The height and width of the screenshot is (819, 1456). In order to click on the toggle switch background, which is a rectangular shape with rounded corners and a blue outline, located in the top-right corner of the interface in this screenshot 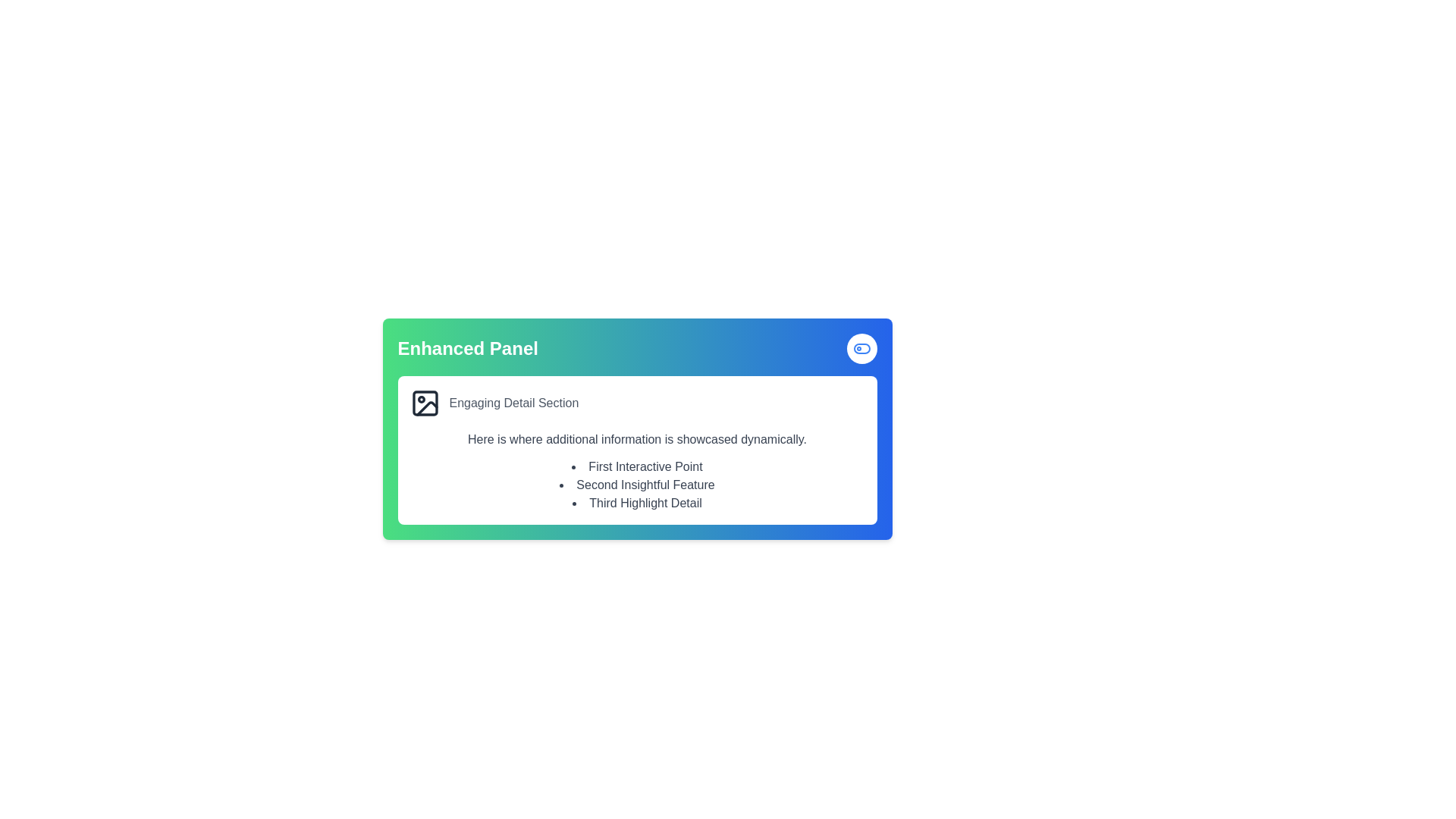, I will do `click(861, 348)`.